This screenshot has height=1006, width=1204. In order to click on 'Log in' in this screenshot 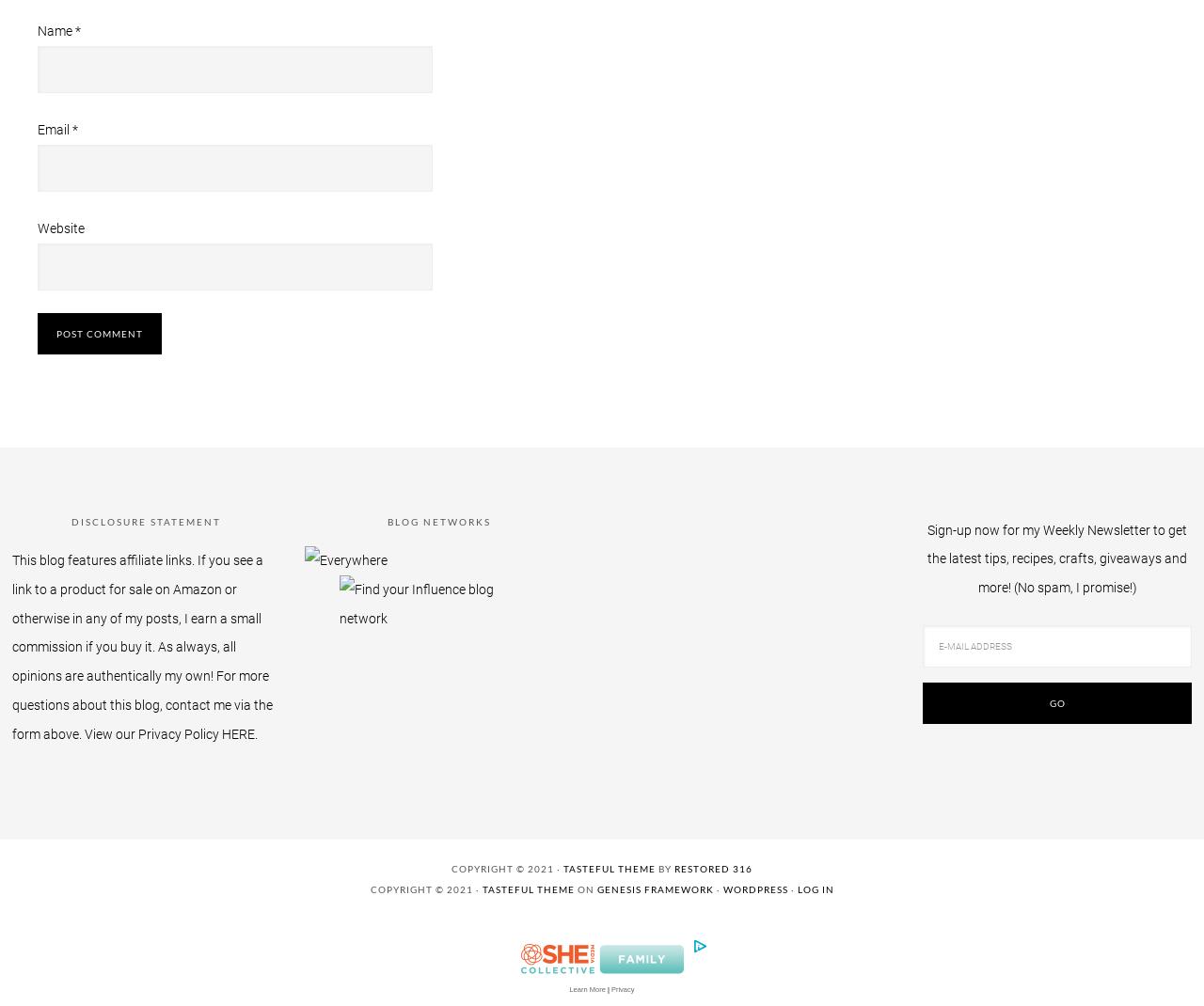, I will do `click(796, 888)`.